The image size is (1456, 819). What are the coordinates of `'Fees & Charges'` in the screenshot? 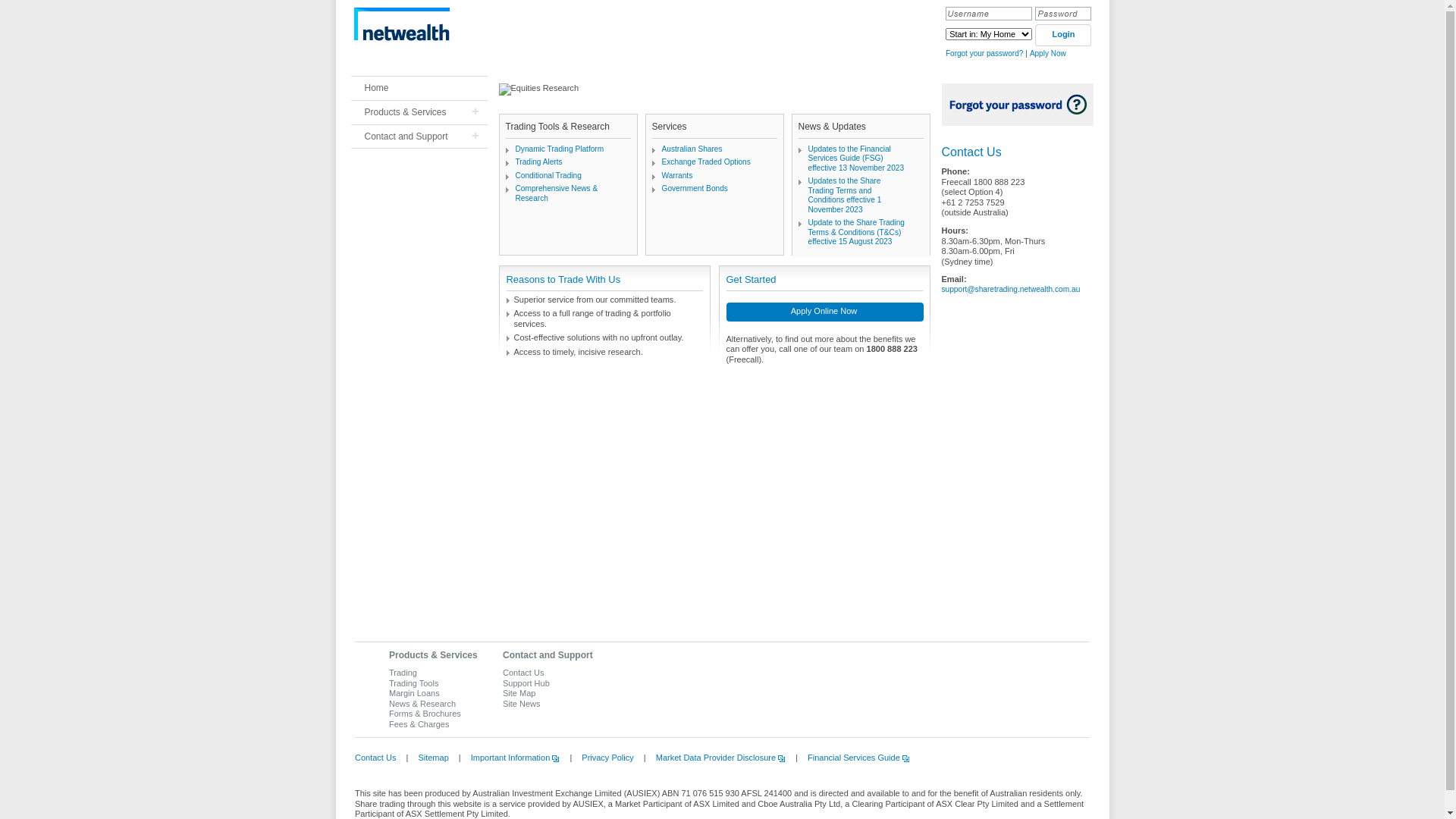 It's located at (419, 723).